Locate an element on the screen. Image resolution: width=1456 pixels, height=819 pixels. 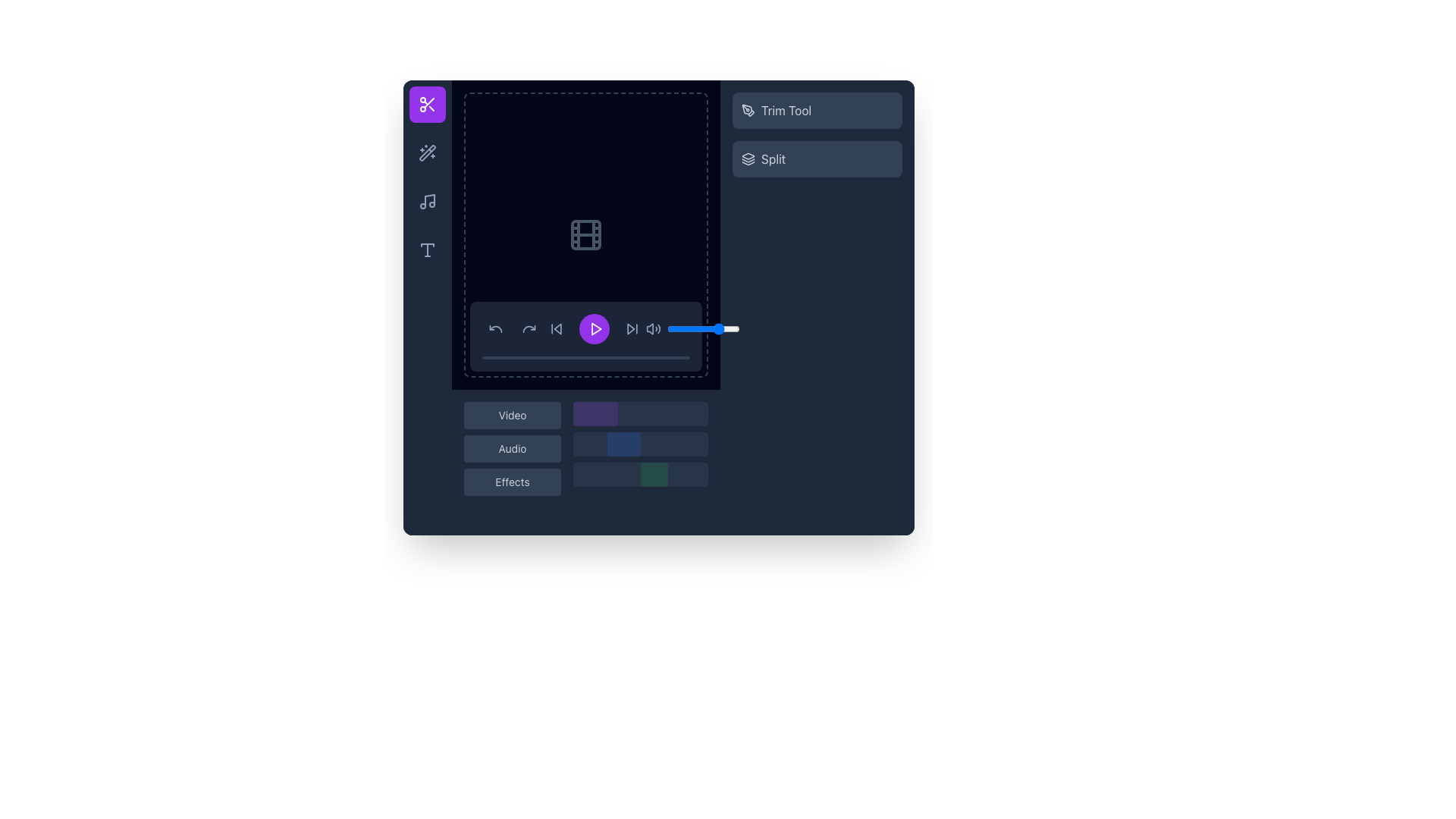
the slider value is located at coordinates (737, 328).